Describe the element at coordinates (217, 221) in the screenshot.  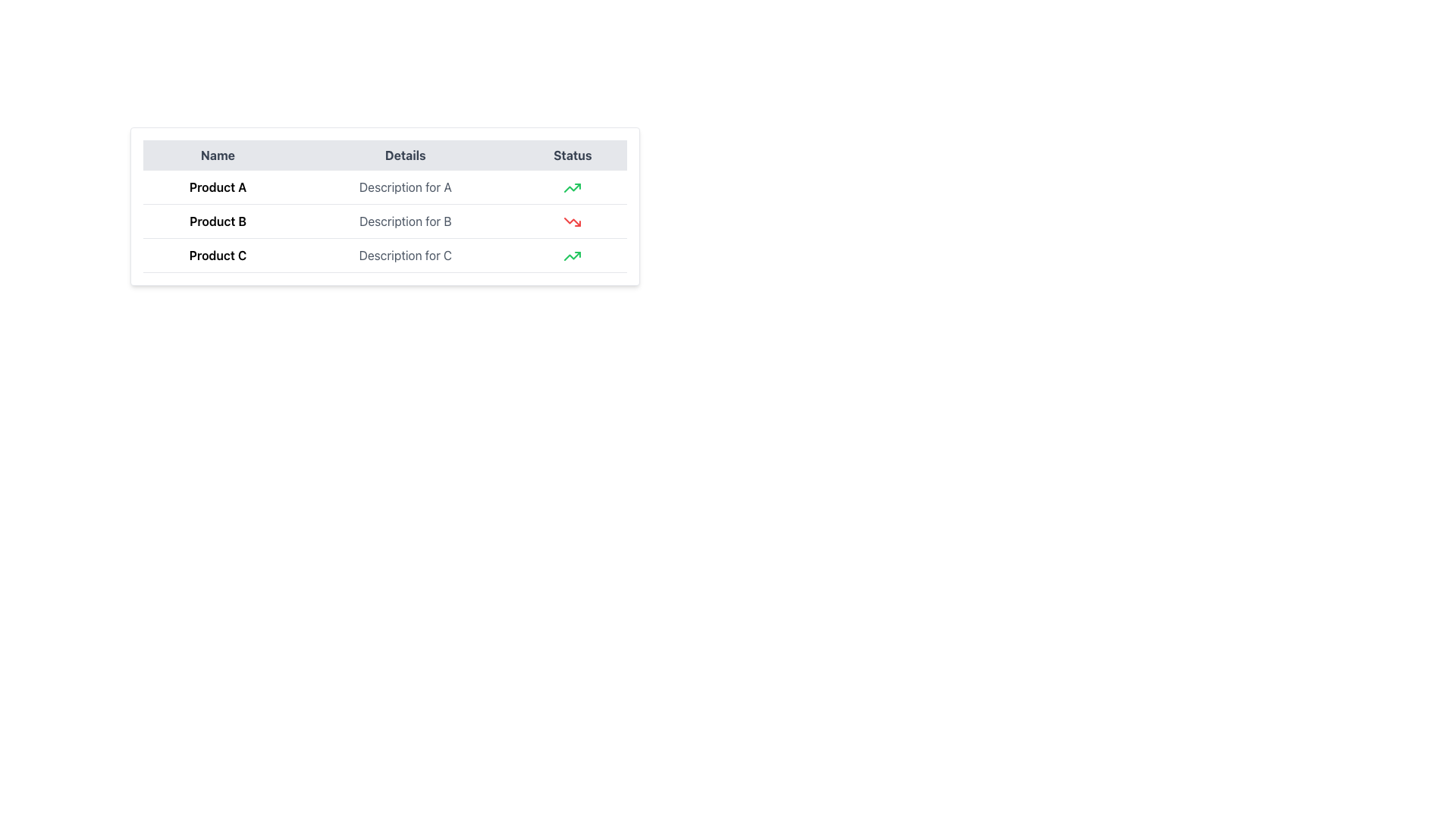
I see `the text label identifying 'Product B' in the second row of the table under the 'Name' column` at that location.